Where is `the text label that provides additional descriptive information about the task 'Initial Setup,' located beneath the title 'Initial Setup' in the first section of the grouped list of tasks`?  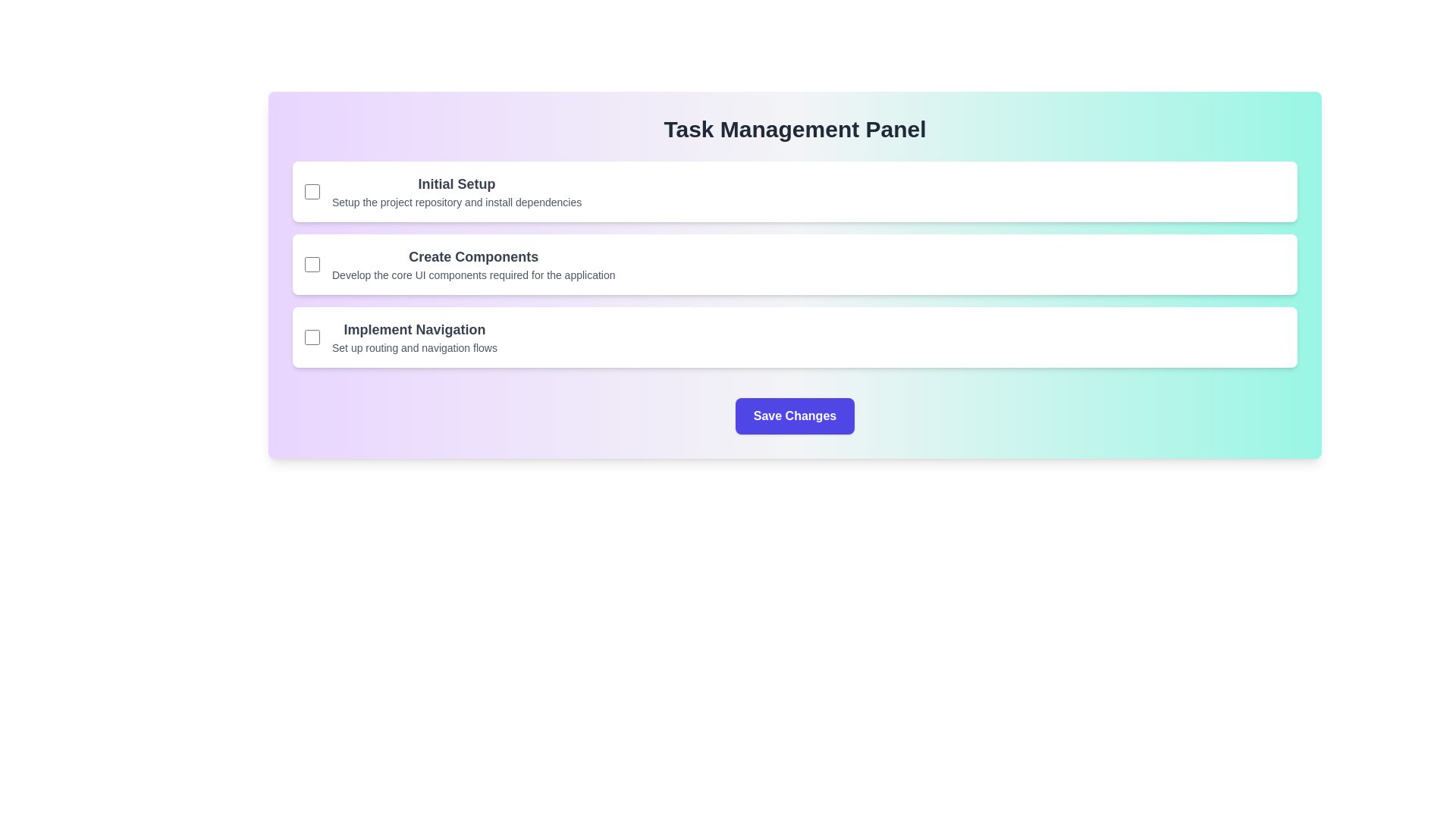
the text label that provides additional descriptive information about the task 'Initial Setup,' located beneath the title 'Initial Setup' in the first section of the grouped list of tasks is located at coordinates (456, 201).